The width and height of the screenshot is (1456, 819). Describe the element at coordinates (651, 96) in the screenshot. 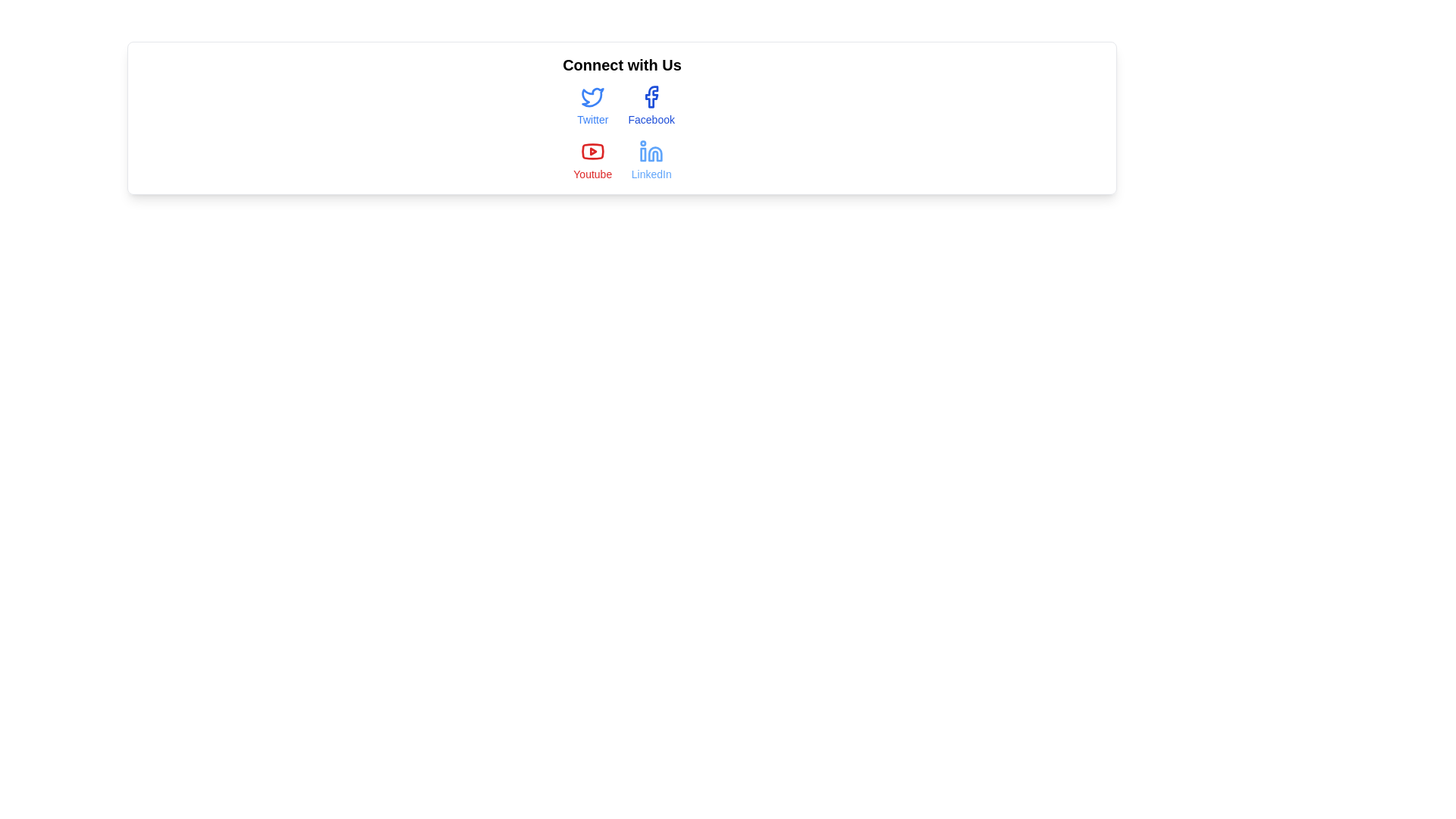

I see `Facebook icon hyperlink located in the 'Connect with Us' area, positioned between the Twitter icon and the 'Facebook' text below it` at that location.